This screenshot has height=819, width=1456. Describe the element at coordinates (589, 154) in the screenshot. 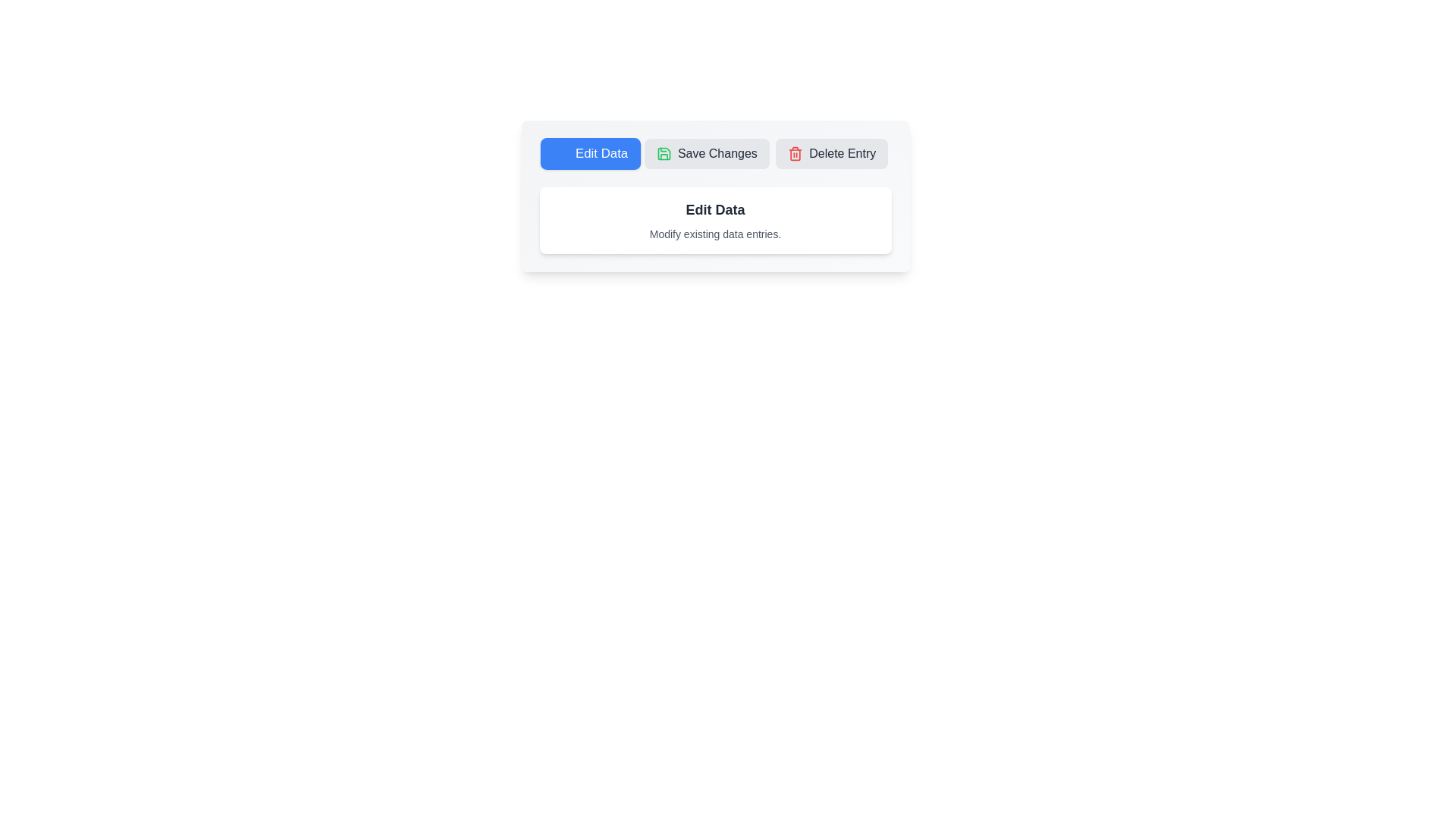

I see `the 'Edit Data' tab to activate it` at that location.